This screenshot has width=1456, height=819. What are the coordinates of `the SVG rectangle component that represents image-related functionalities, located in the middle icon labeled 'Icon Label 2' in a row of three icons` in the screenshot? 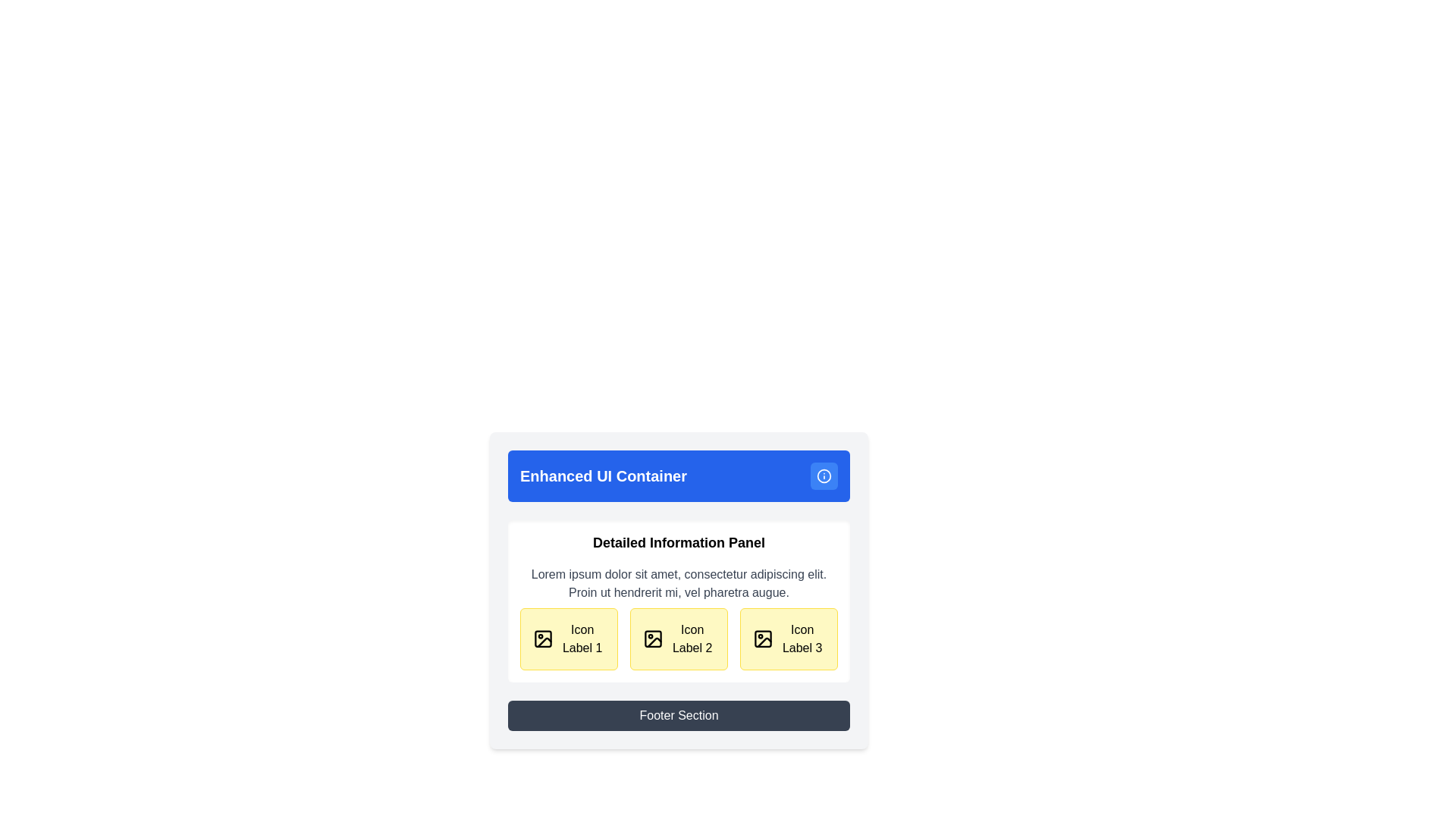 It's located at (653, 639).